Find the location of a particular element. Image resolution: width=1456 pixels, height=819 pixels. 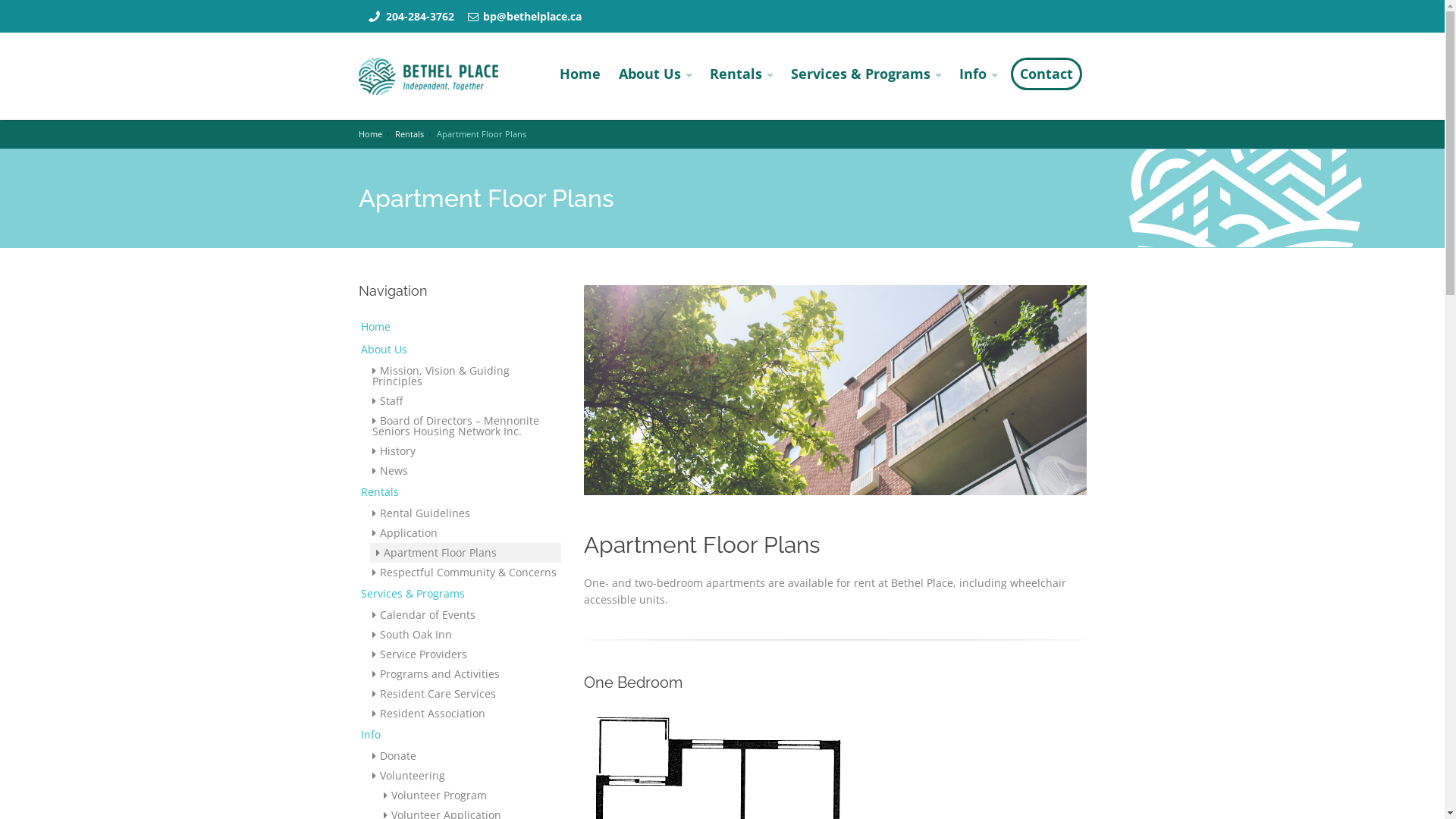

'Home' is located at coordinates (579, 73).